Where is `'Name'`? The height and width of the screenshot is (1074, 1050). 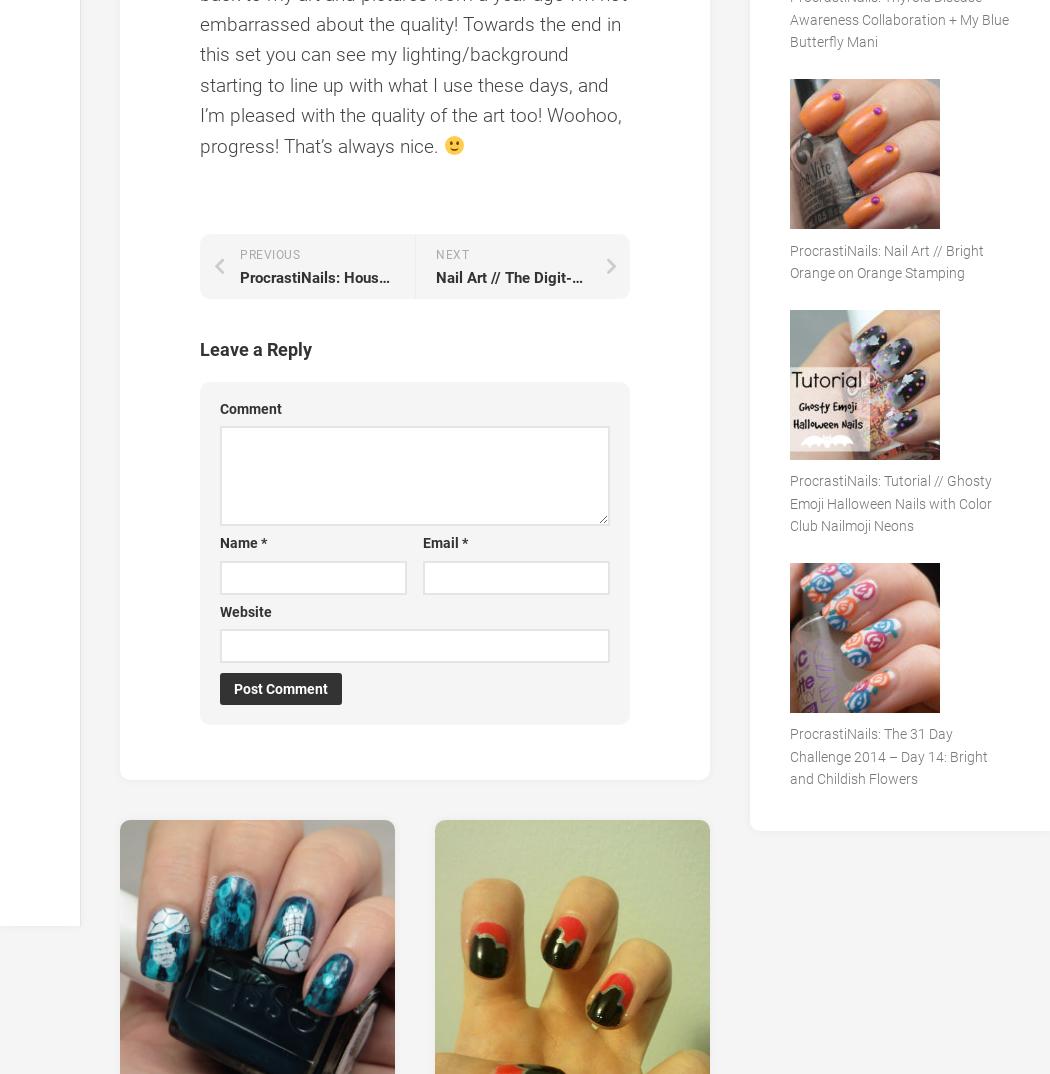 'Name' is located at coordinates (240, 542).